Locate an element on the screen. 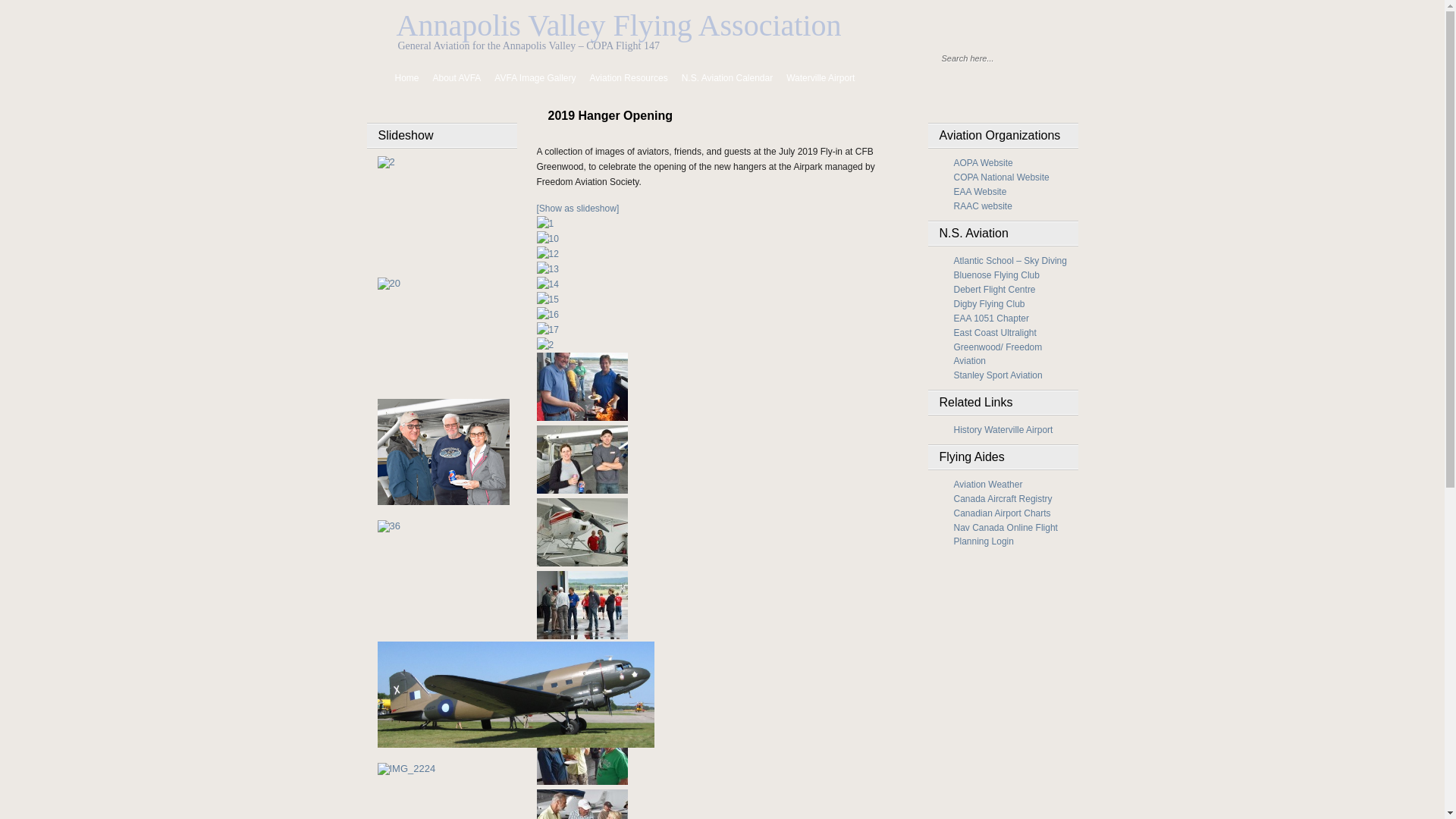  'Bluenose Flying Club' is located at coordinates (996, 275).